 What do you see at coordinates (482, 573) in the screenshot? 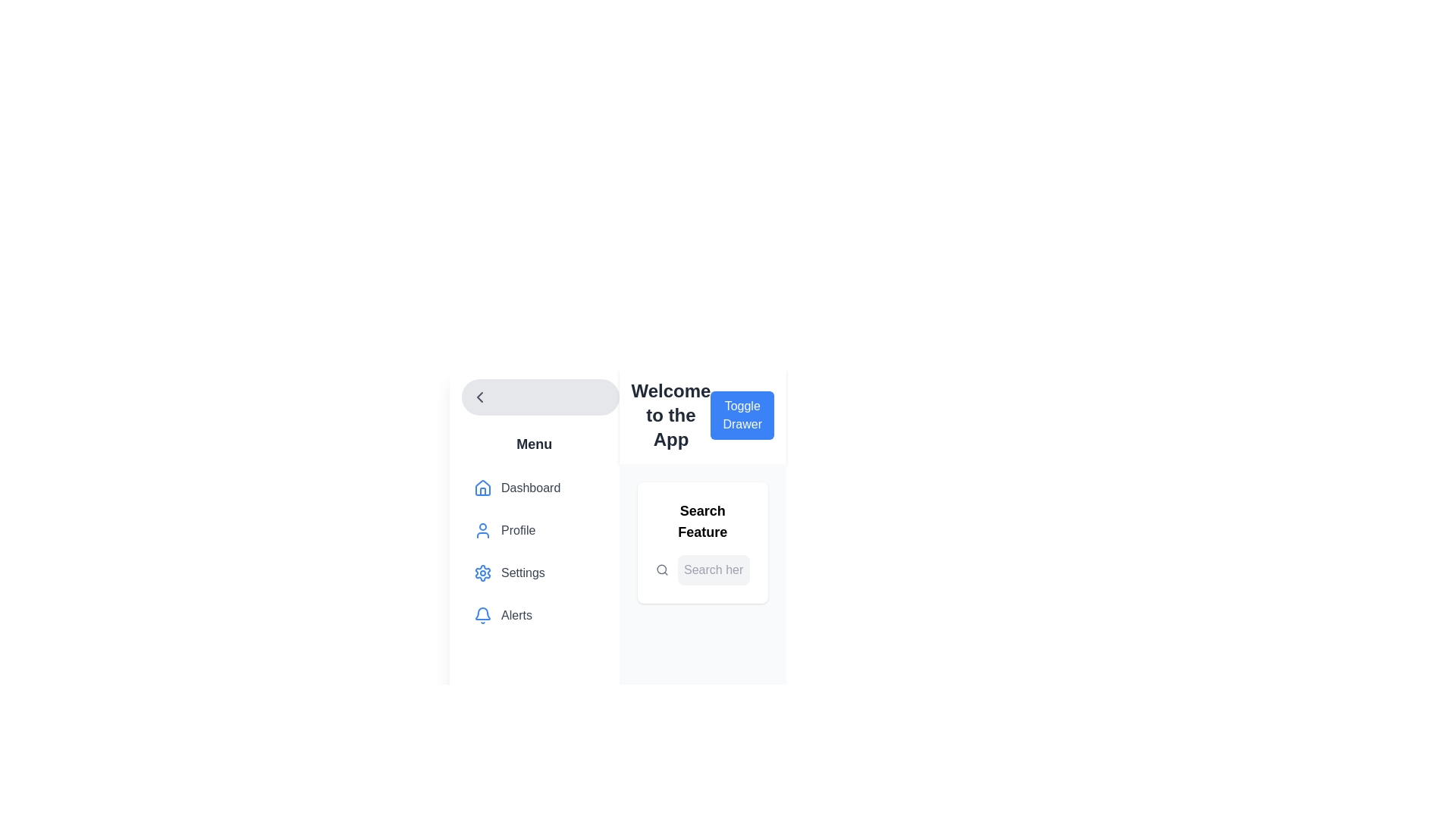
I see `the gear/cogwheel icon in the settings menu` at bounding box center [482, 573].